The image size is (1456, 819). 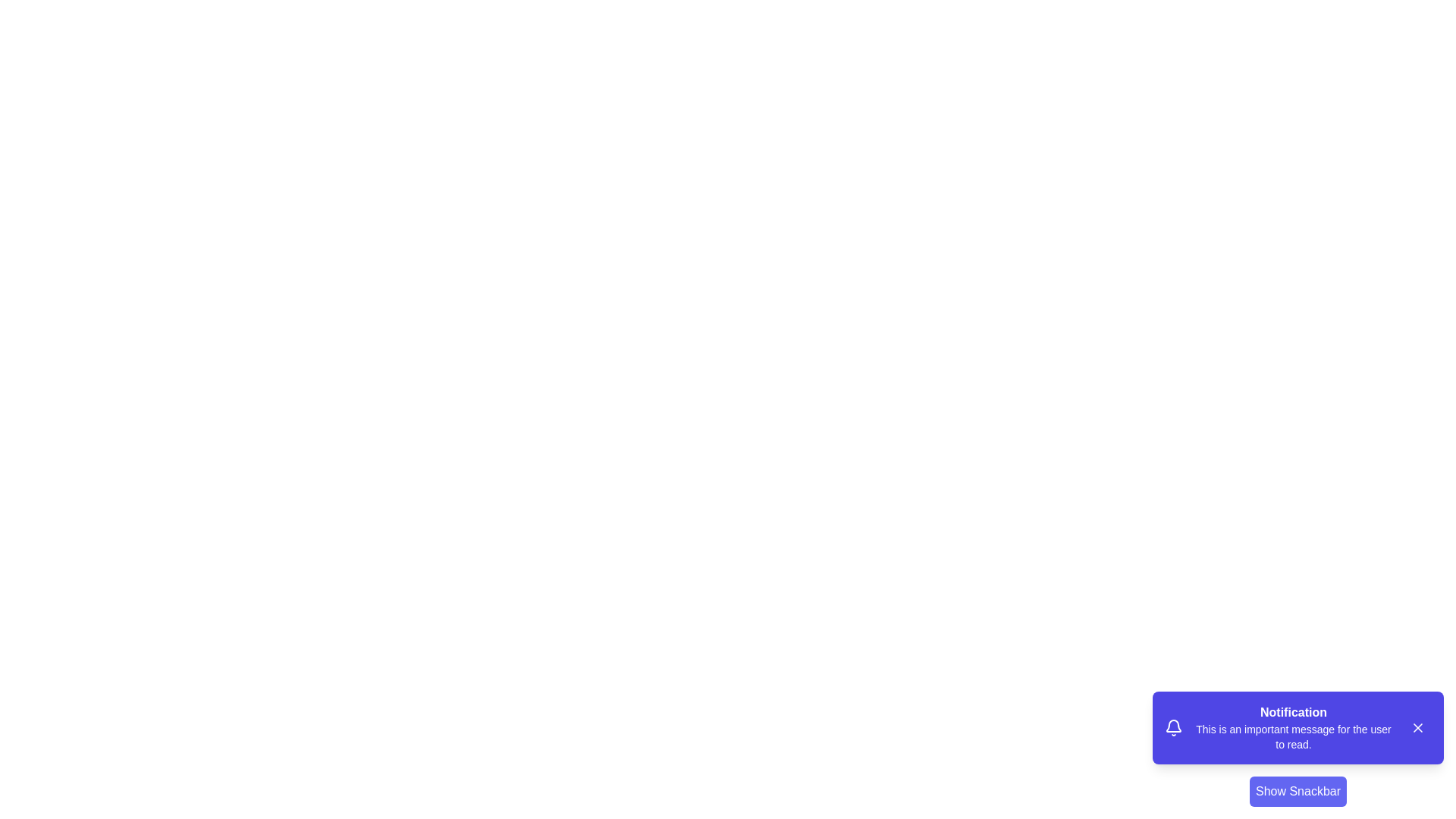 What do you see at coordinates (1298, 791) in the screenshot?
I see `the button labeled 'Show Snackbar' with a vibrant indigo background` at bounding box center [1298, 791].